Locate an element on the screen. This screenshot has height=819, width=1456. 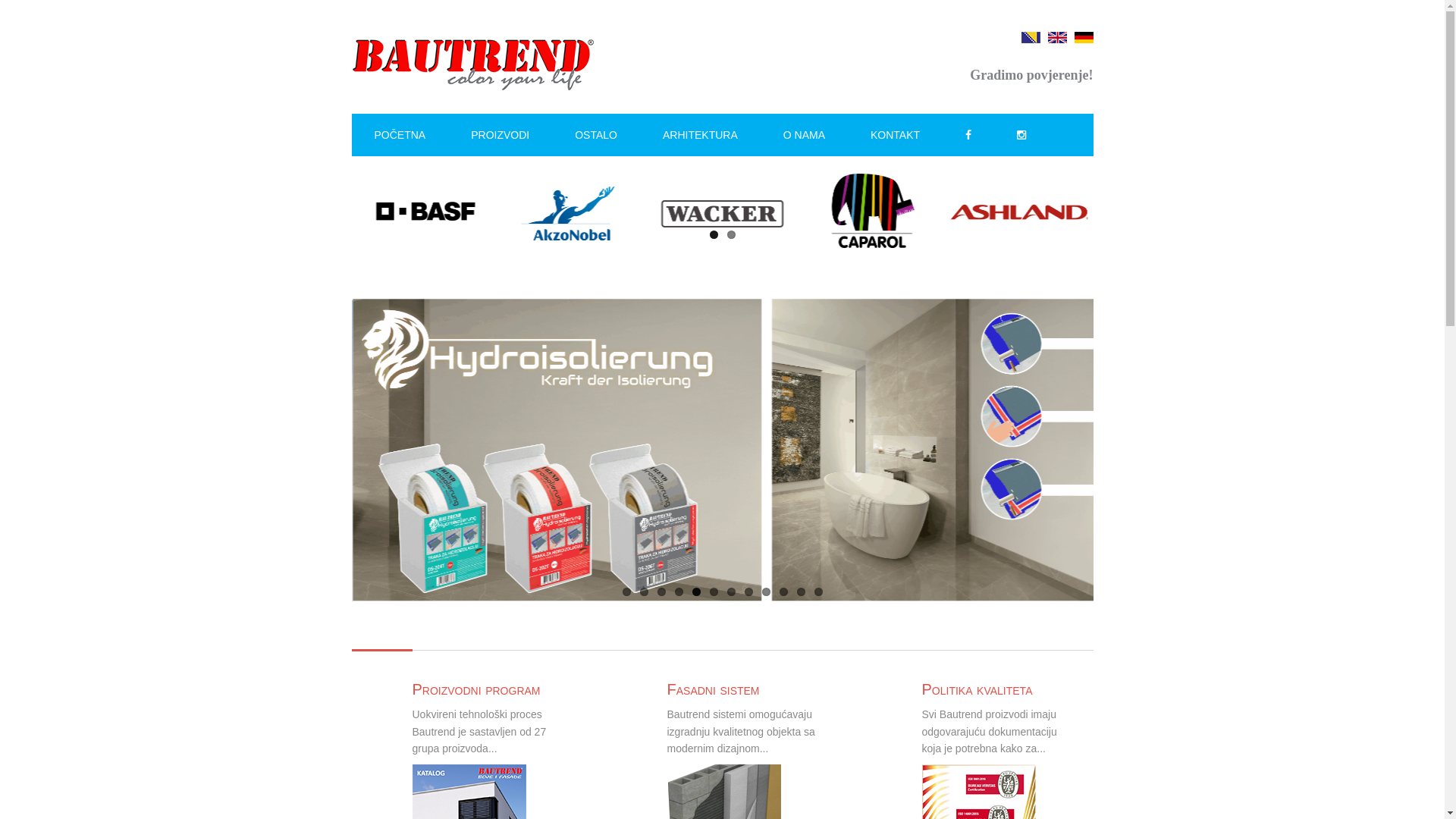
'OSTALO' is located at coordinates (595, 133).